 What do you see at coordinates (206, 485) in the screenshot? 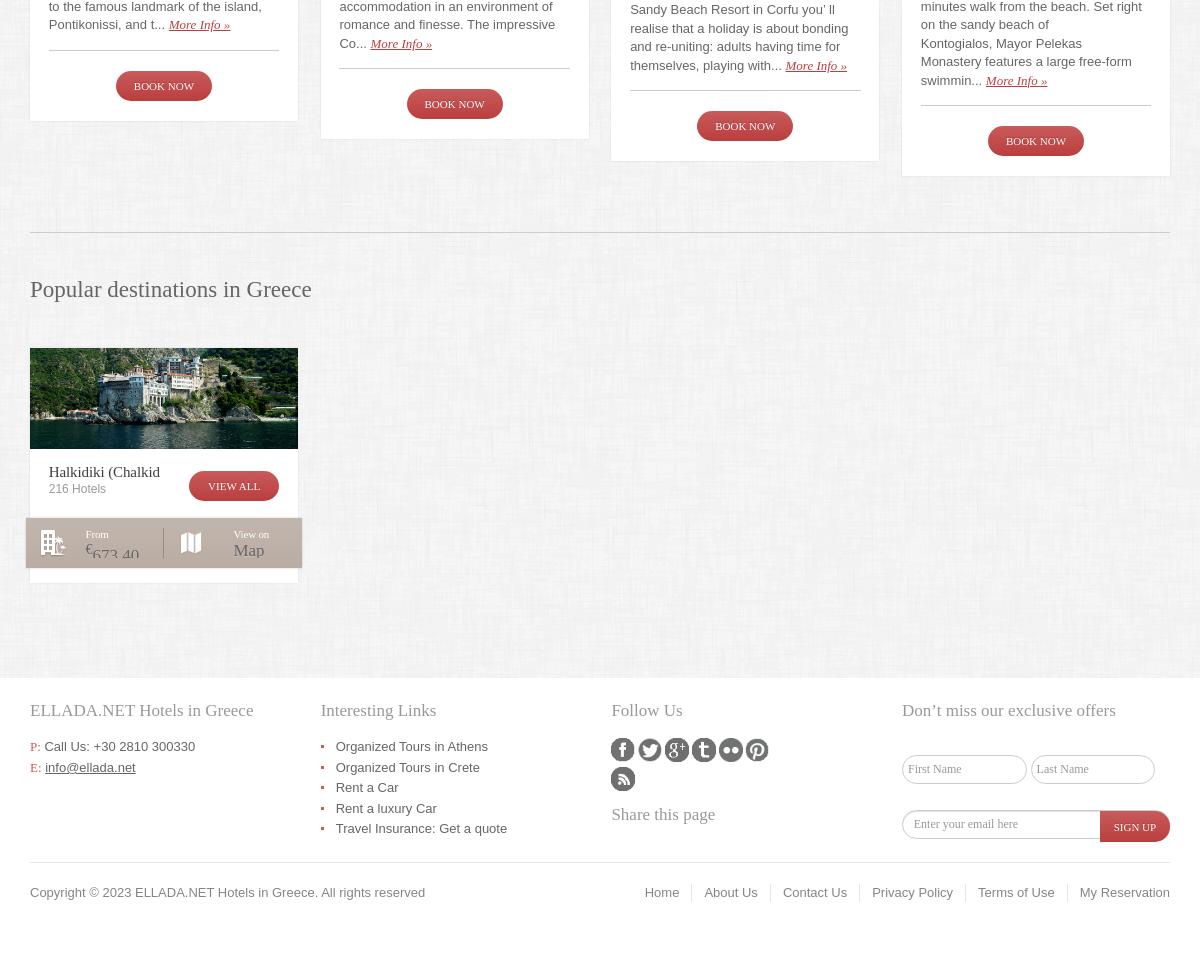
I see `'View all'` at bounding box center [206, 485].